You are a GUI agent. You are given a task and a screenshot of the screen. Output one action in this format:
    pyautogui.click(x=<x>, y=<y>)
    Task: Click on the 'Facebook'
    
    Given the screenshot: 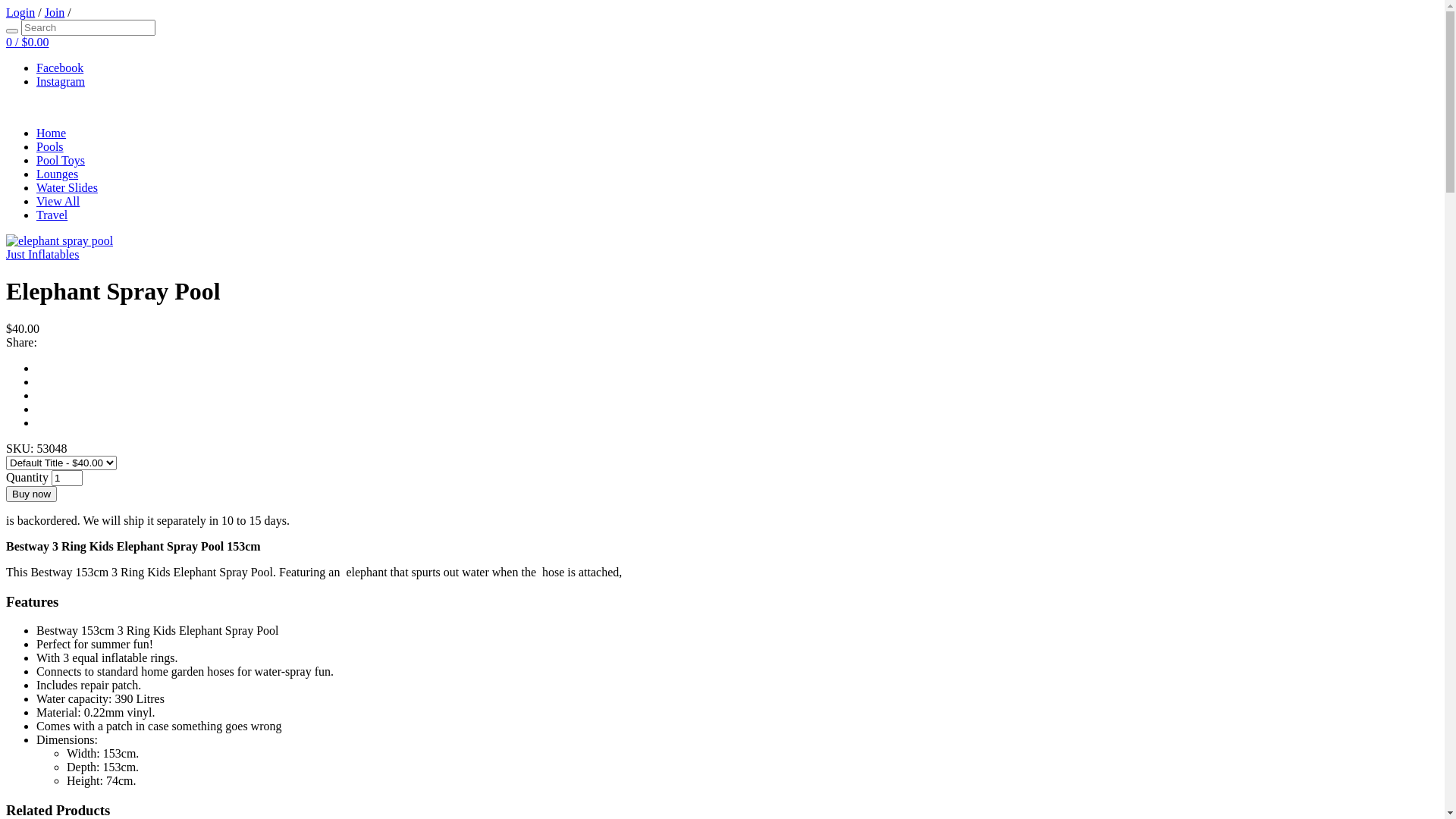 What is the action you would take?
    pyautogui.click(x=59, y=67)
    